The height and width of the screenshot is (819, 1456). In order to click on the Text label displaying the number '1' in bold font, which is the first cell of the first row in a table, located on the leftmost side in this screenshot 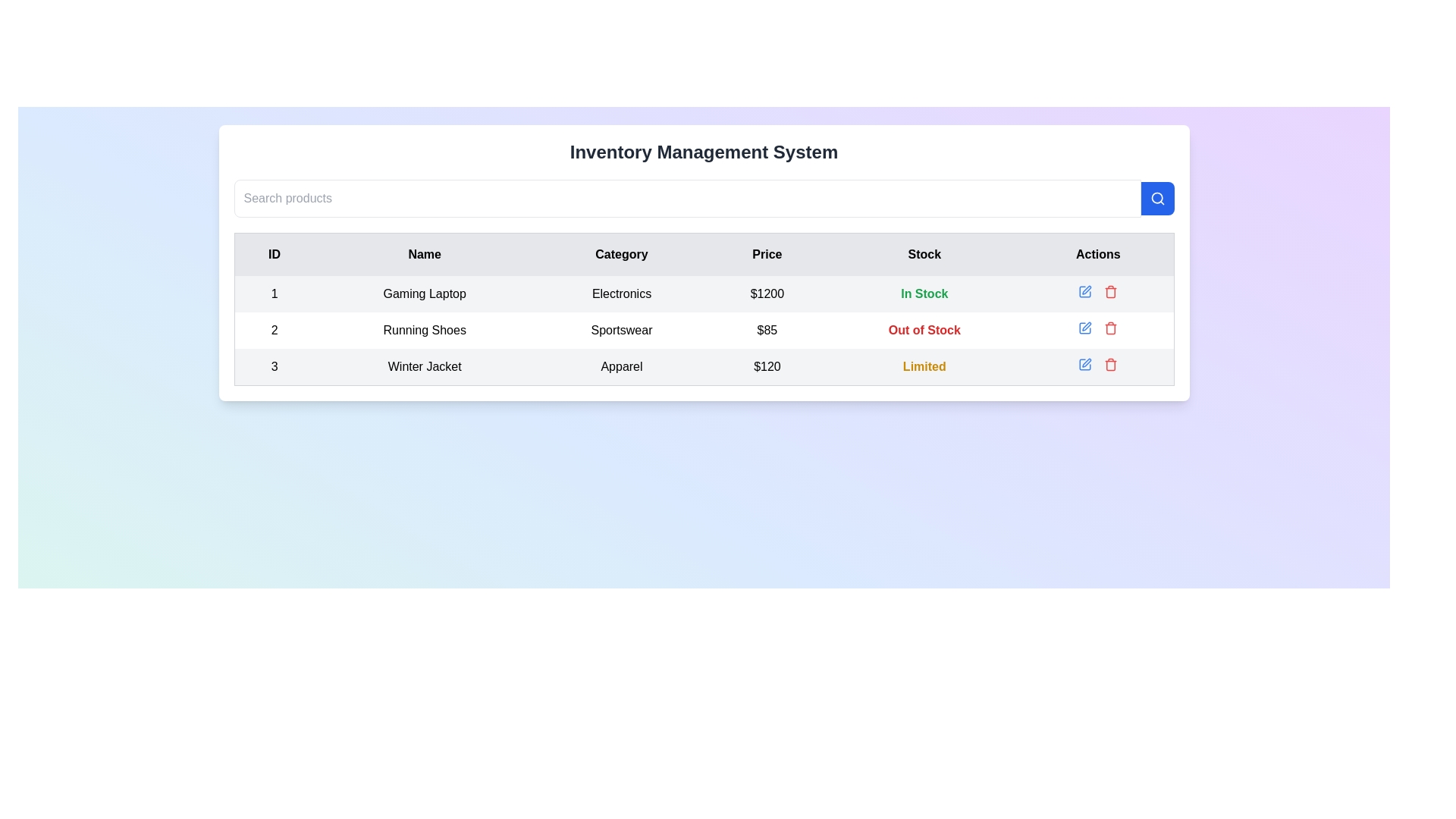, I will do `click(274, 294)`.